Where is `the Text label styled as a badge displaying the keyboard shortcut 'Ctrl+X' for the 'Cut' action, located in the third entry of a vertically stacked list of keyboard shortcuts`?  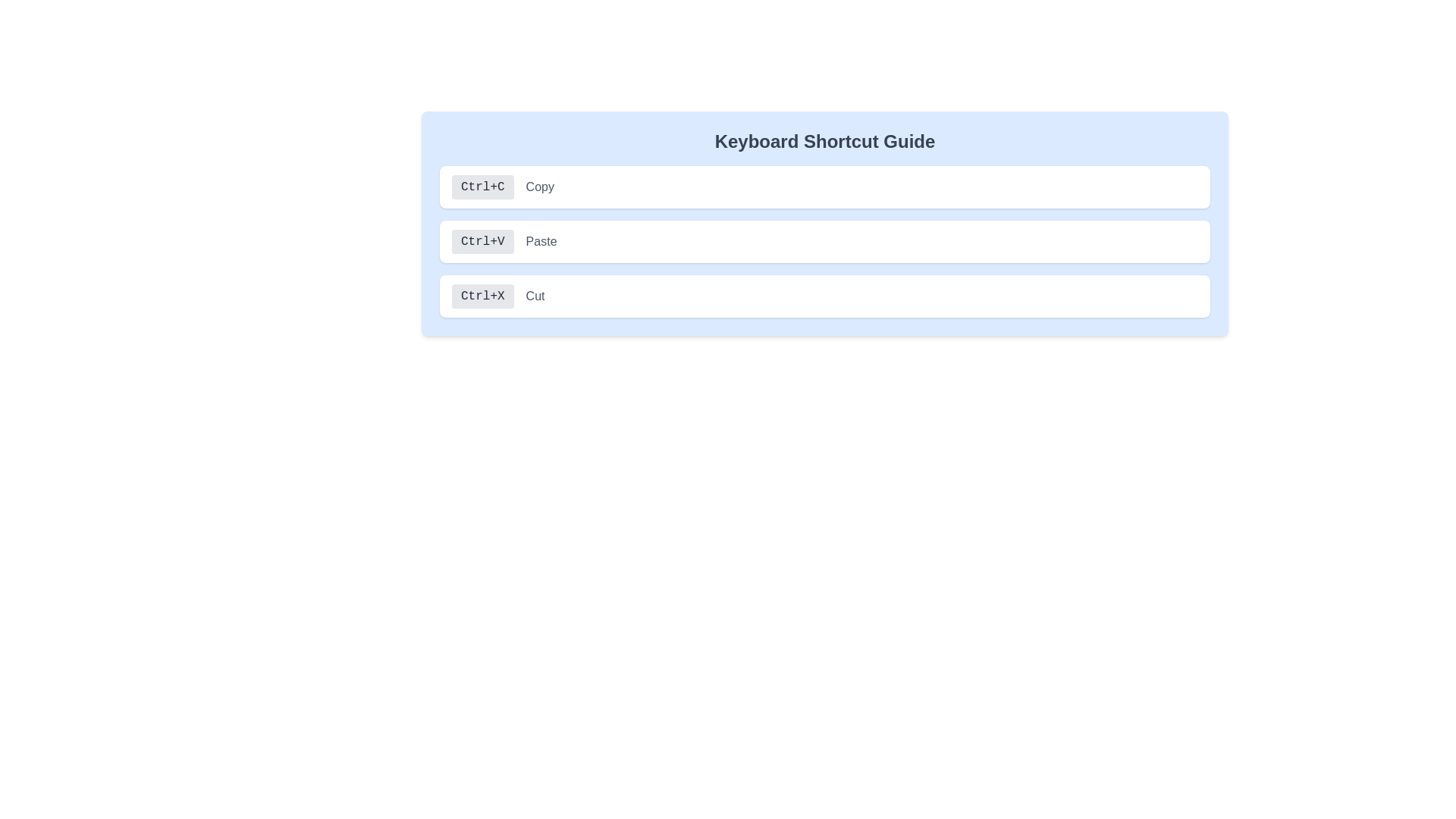
the Text label styled as a badge displaying the keyboard shortcut 'Ctrl+X' for the 'Cut' action, located in the third entry of a vertically stacked list of keyboard shortcuts is located at coordinates (482, 296).